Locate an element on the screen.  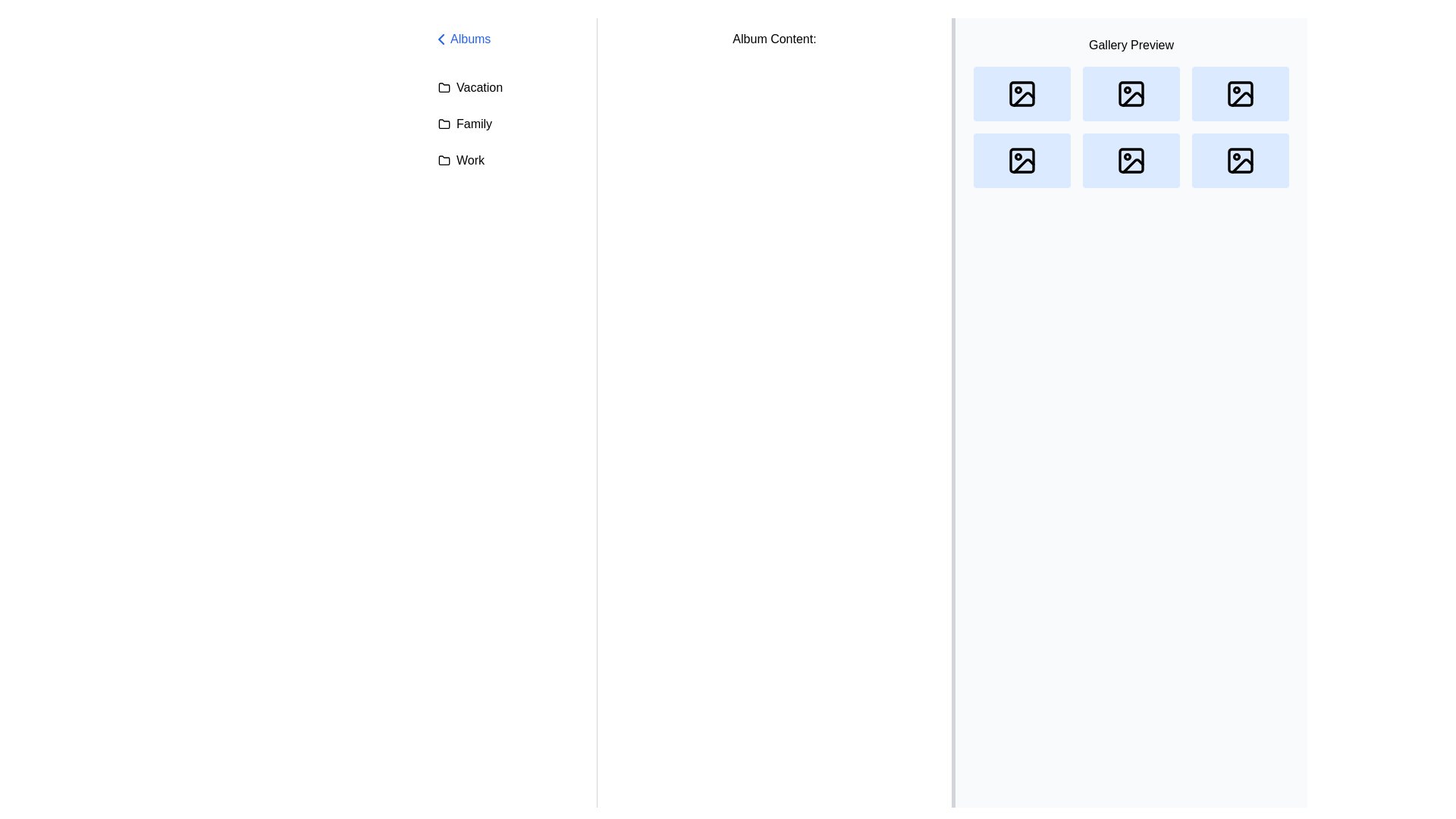
the leftward-pointing chevron icon, which is blue and located to the left of the 'Albums' label in the vertical navigation section is located at coordinates (440, 38).